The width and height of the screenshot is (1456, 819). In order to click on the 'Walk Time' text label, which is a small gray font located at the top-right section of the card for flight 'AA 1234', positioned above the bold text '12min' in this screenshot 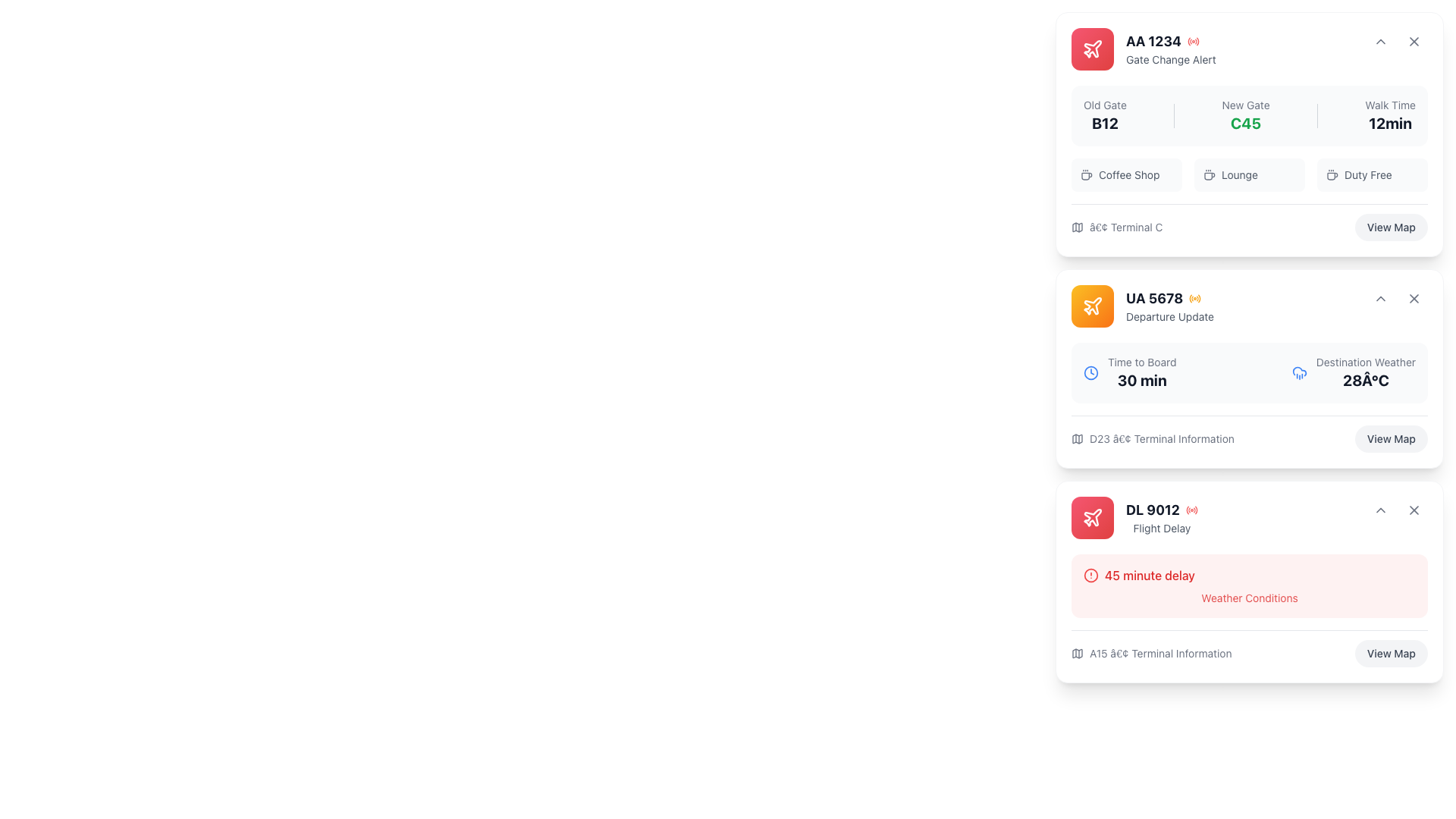, I will do `click(1390, 104)`.